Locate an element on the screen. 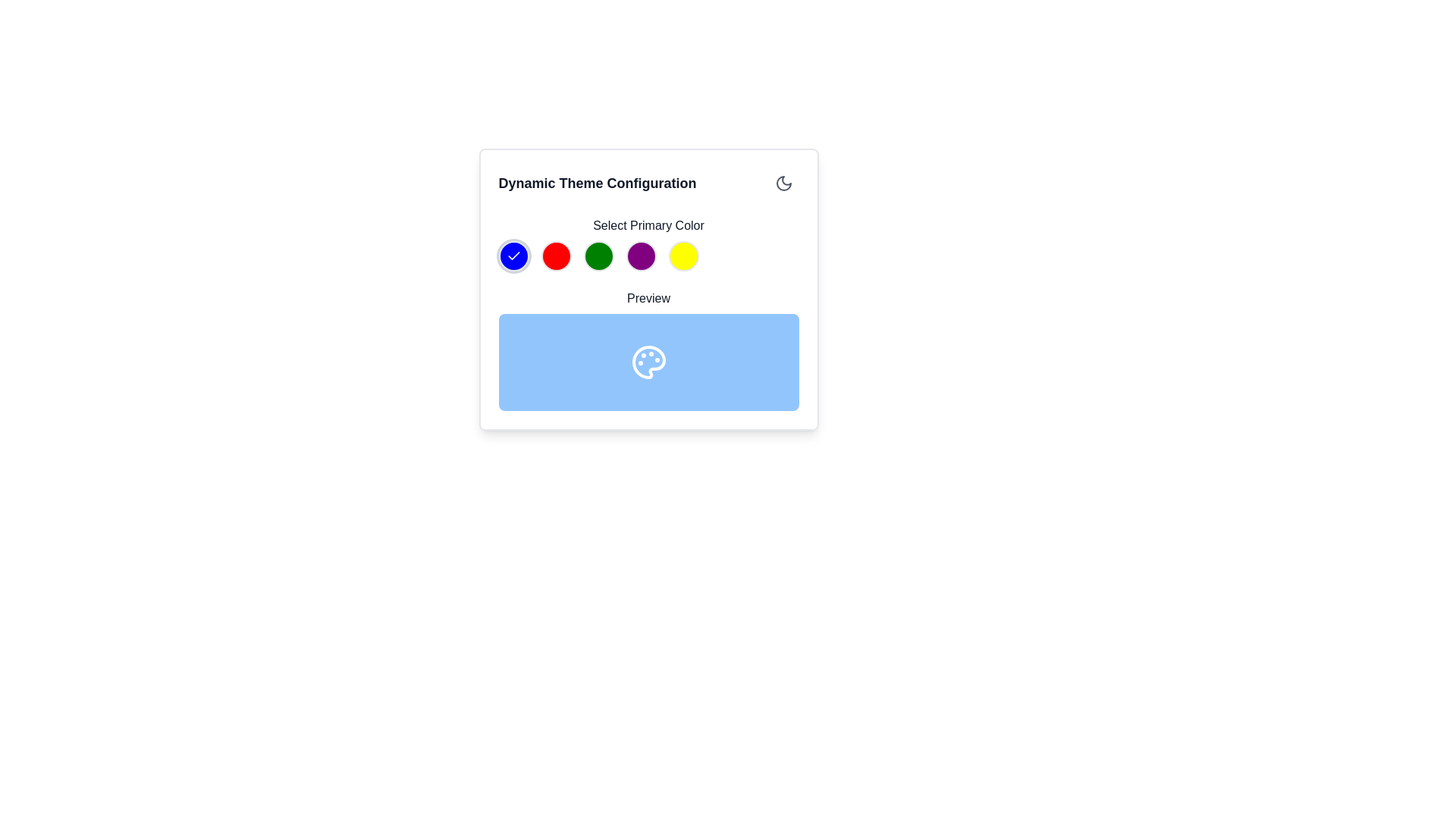 This screenshot has height=819, width=1456. the visual preview panel located within the 'Dynamic Theme Configuration' section, directly below the 'Select Primary Color' section is located at coordinates (648, 350).